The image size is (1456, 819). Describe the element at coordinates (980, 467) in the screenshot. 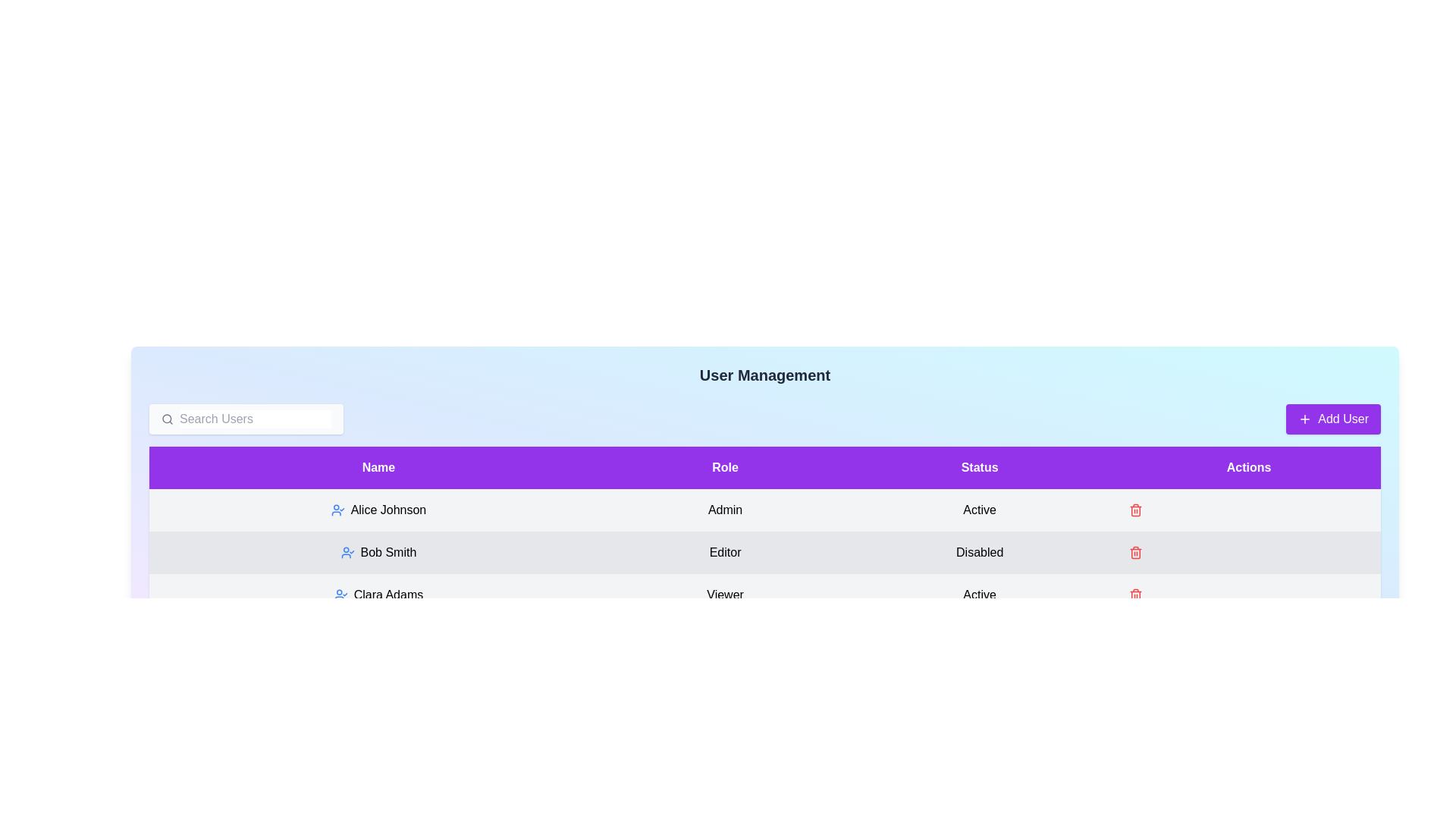

I see `the header Status to sort the table by that column` at that location.